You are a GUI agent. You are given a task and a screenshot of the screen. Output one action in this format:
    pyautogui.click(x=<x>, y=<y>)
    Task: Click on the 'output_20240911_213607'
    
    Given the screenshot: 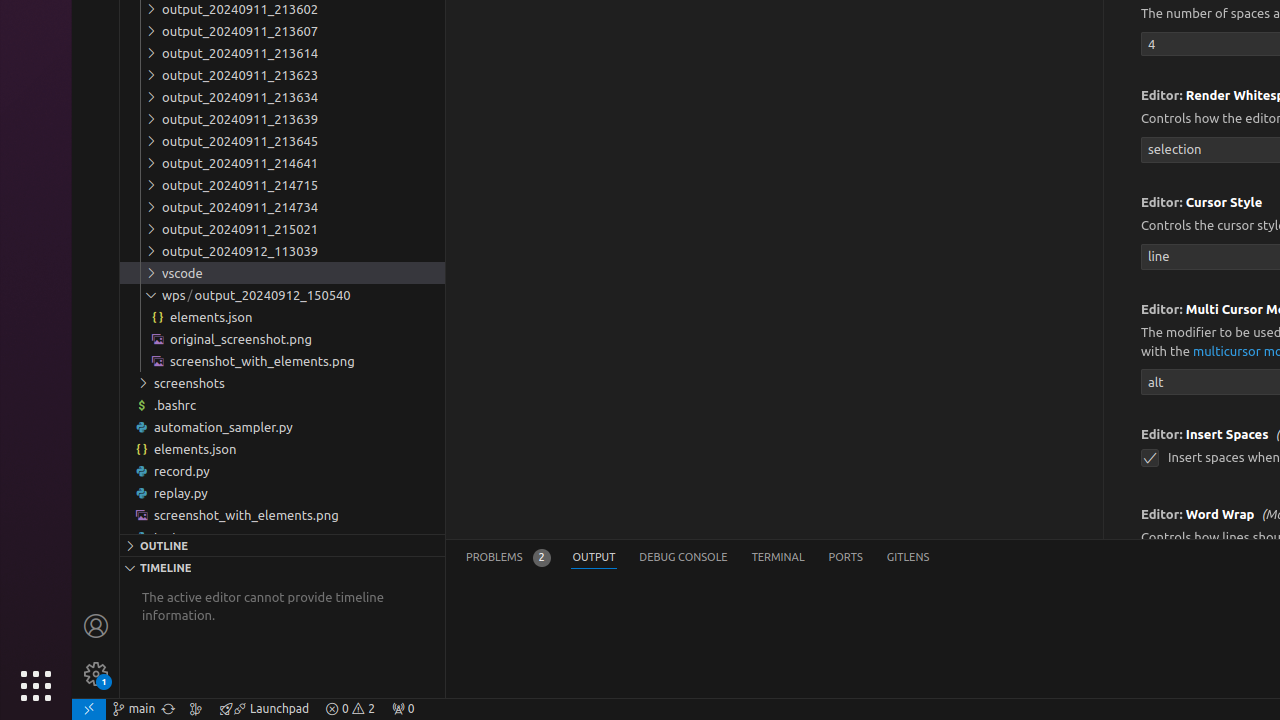 What is the action you would take?
    pyautogui.click(x=281, y=31)
    